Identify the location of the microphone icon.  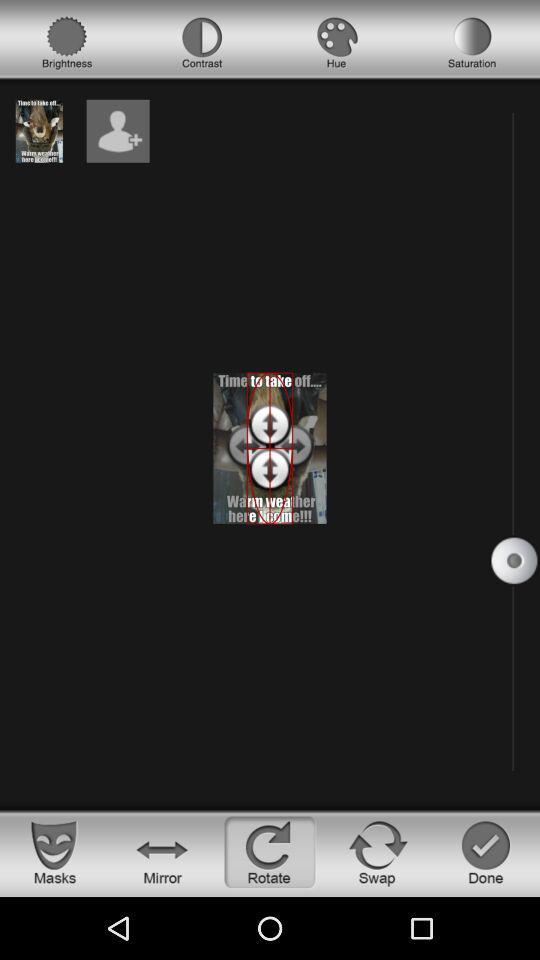
(67, 42).